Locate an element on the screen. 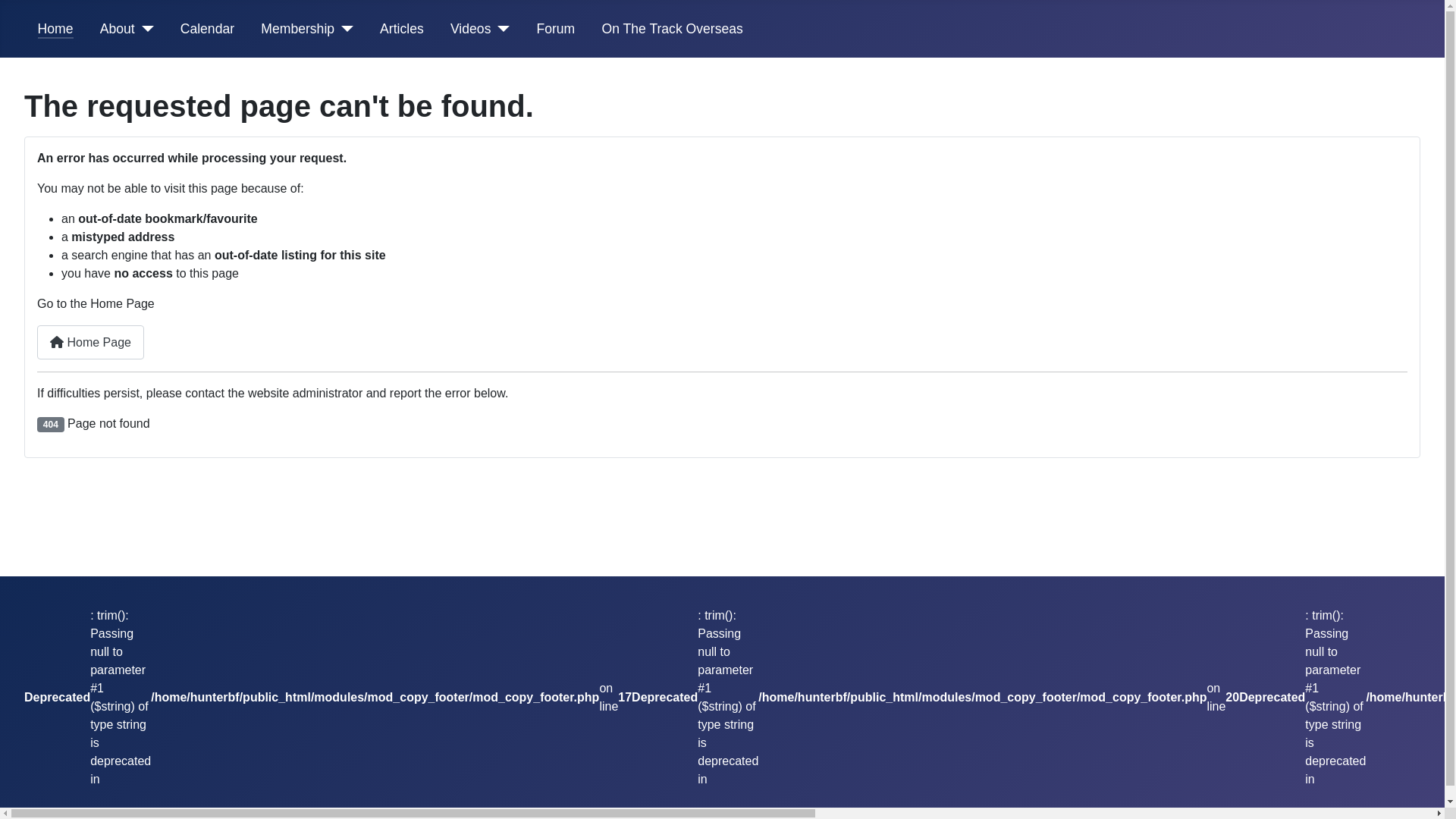 This screenshot has width=1456, height=819. 'Home' is located at coordinates (55, 29).